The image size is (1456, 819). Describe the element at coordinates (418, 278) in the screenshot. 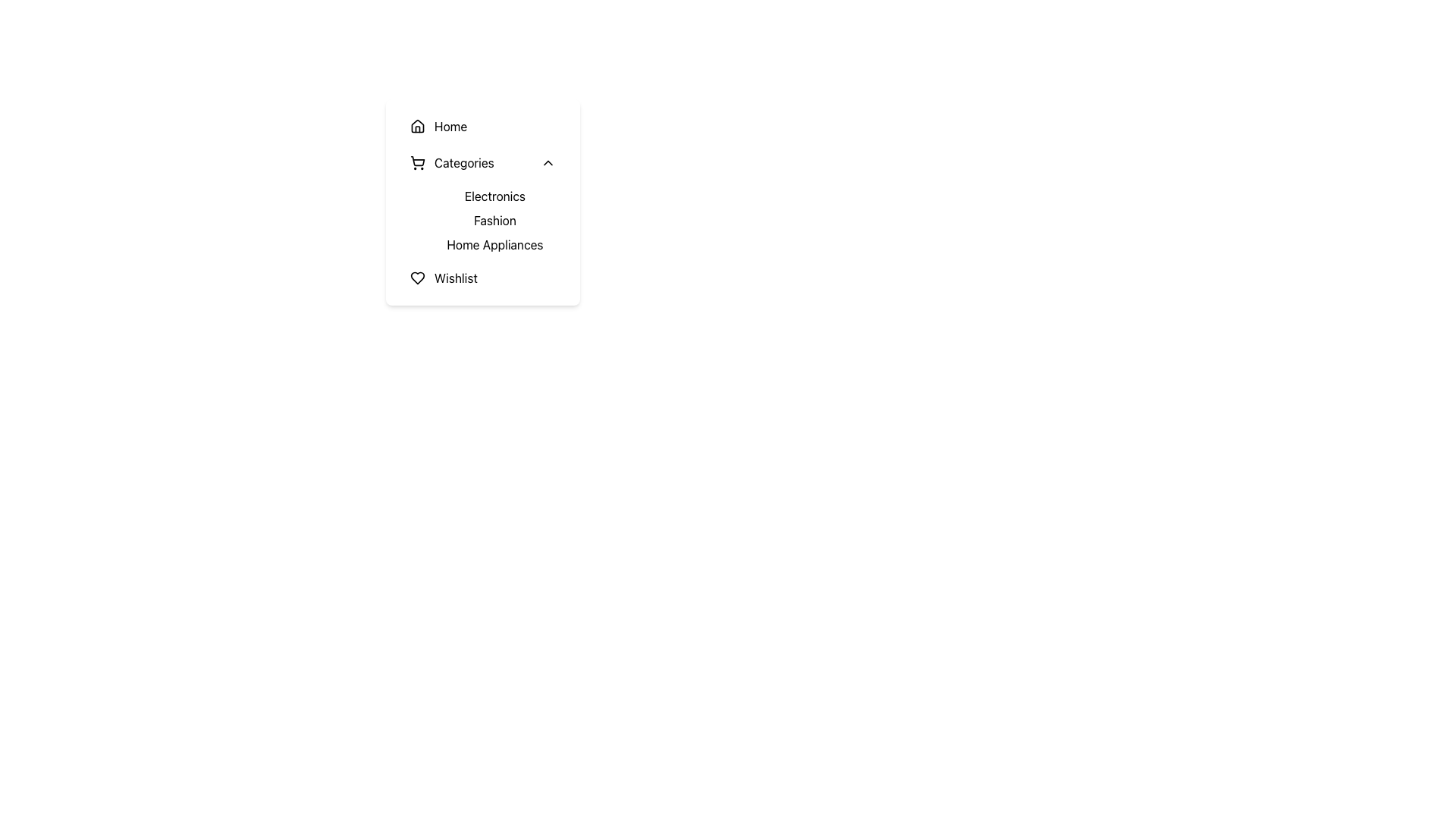

I see `the heart-shaped icon representing the 'Wishlist' in the vertical menu to interact with it` at that location.